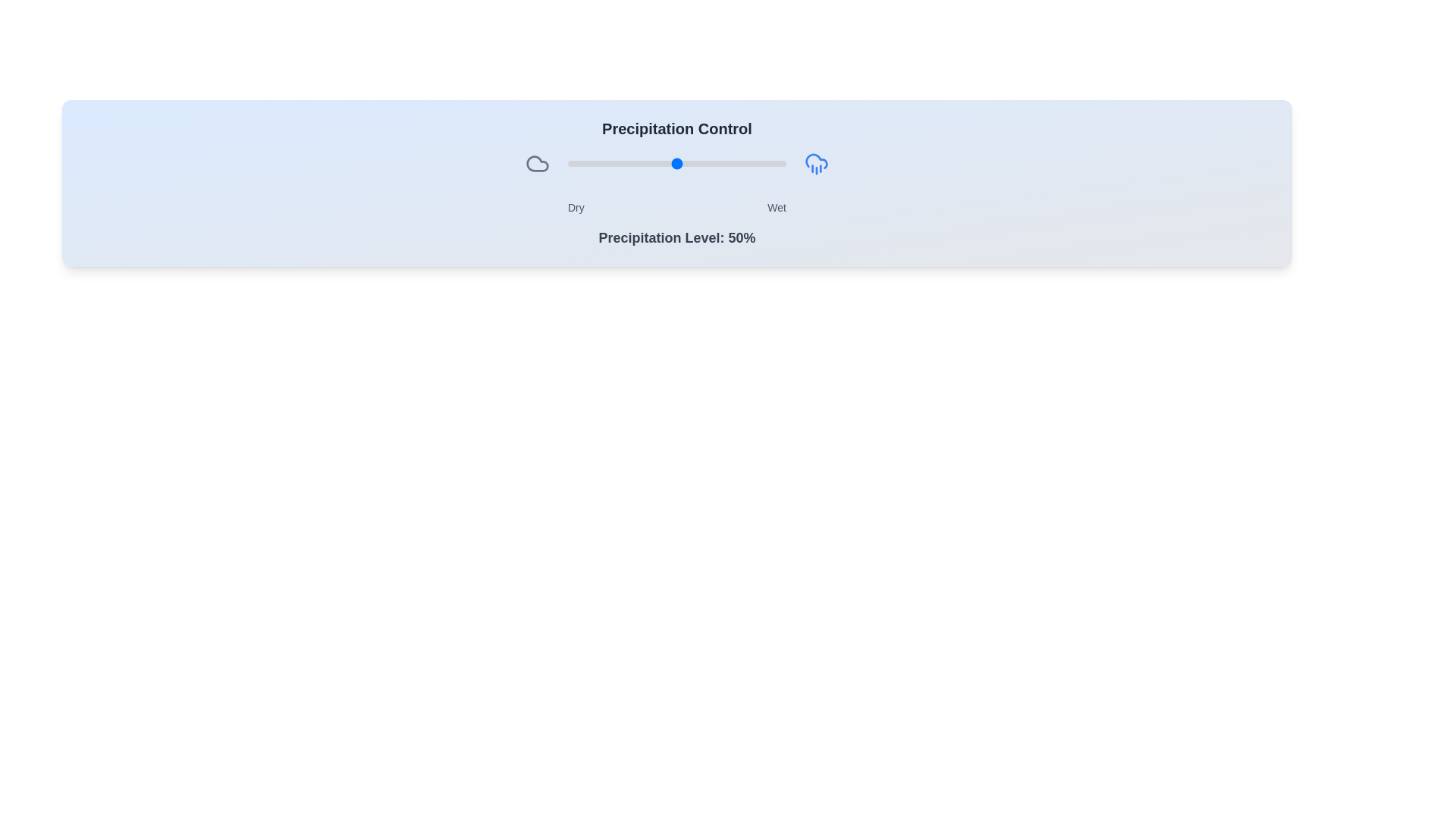 The image size is (1456, 819). What do you see at coordinates (569, 164) in the screenshot?
I see `the precipitation level to 1% by moving the slider` at bounding box center [569, 164].